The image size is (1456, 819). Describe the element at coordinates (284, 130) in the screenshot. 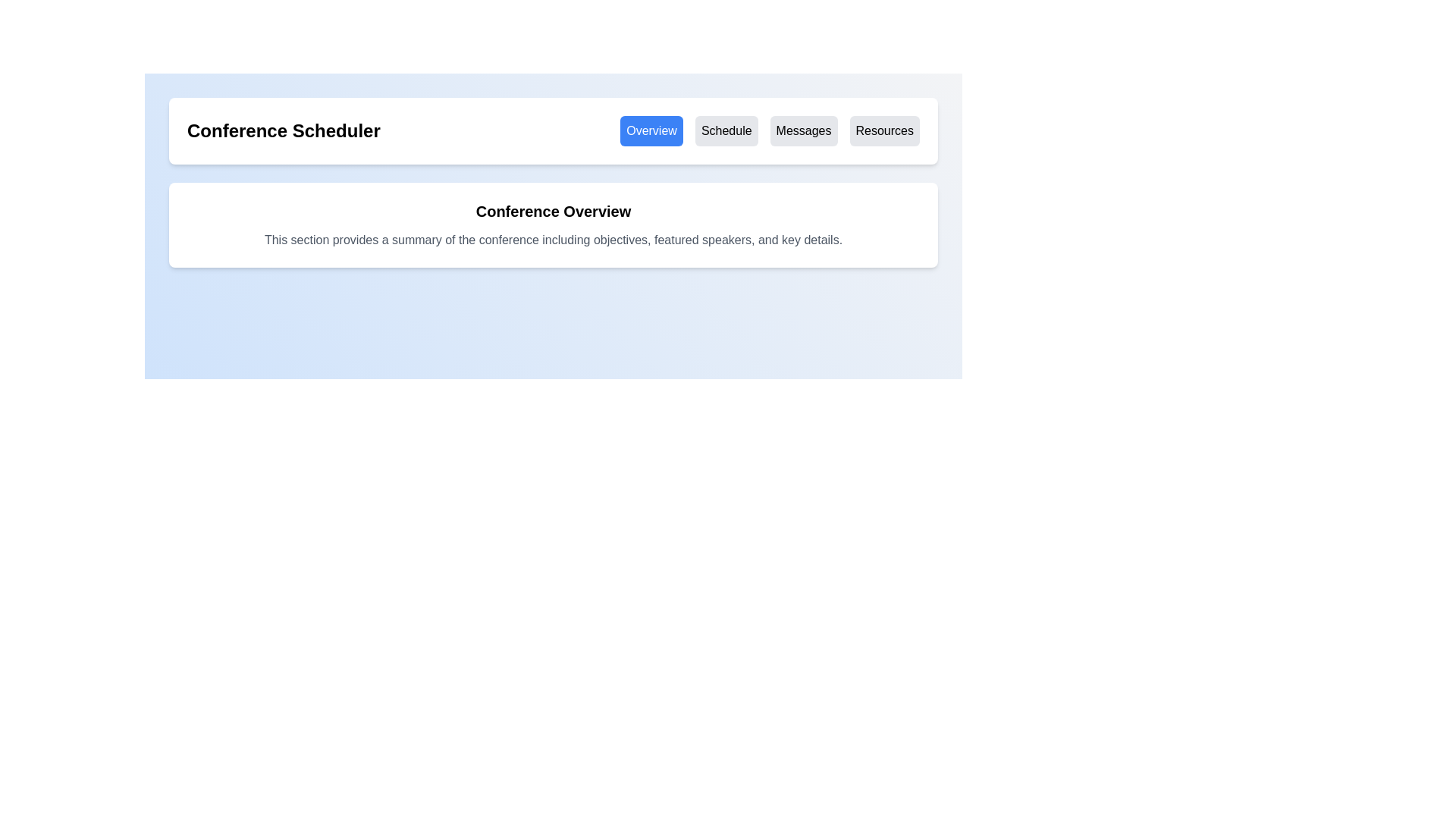

I see `the text label indicating the application's title, 'Conference Scheduler', positioned on the left side above the navigation tabs` at that location.